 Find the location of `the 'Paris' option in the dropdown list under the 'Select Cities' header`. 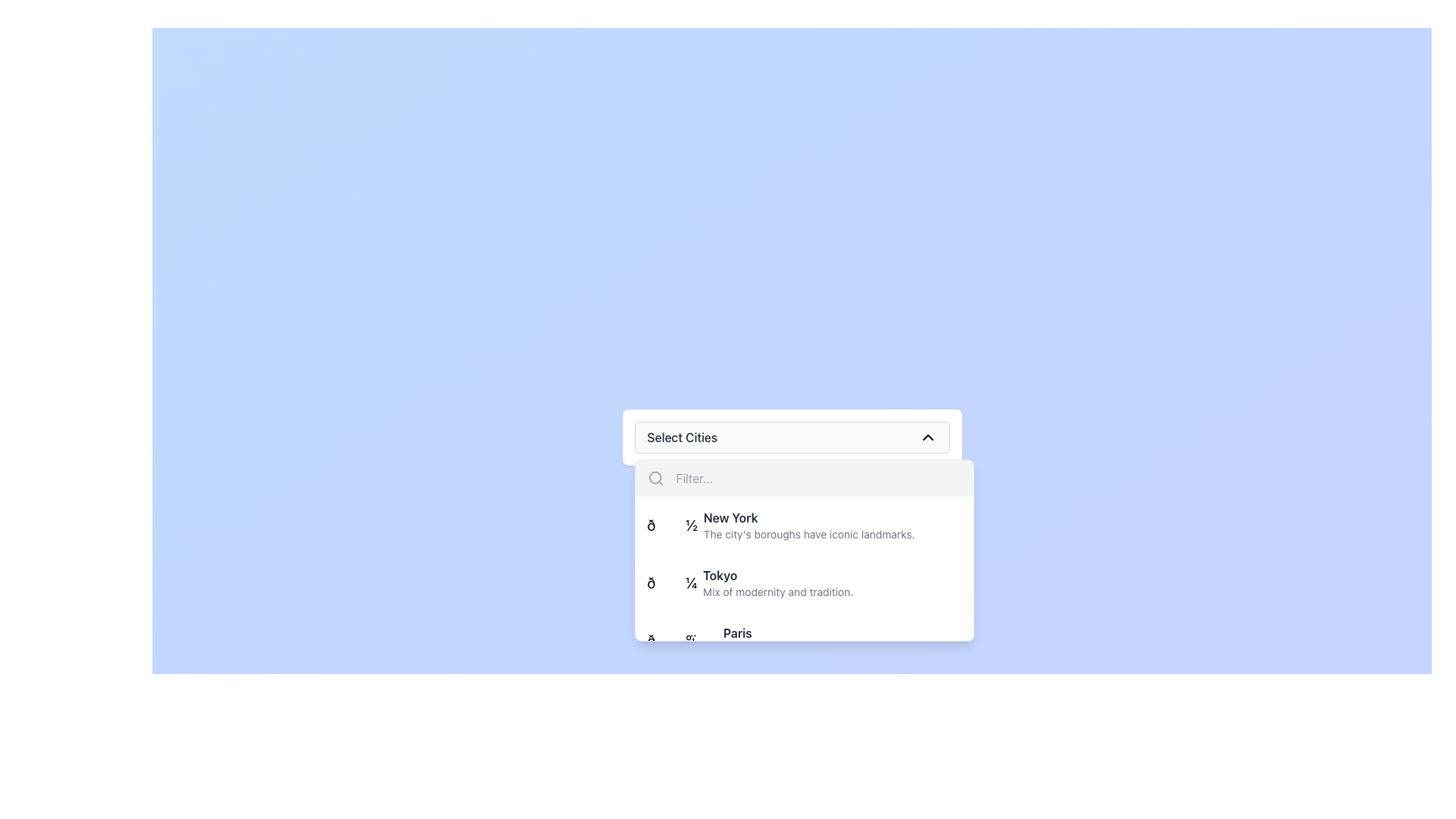

the 'Paris' option in the dropdown list under the 'Select Cities' header is located at coordinates (780, 640).